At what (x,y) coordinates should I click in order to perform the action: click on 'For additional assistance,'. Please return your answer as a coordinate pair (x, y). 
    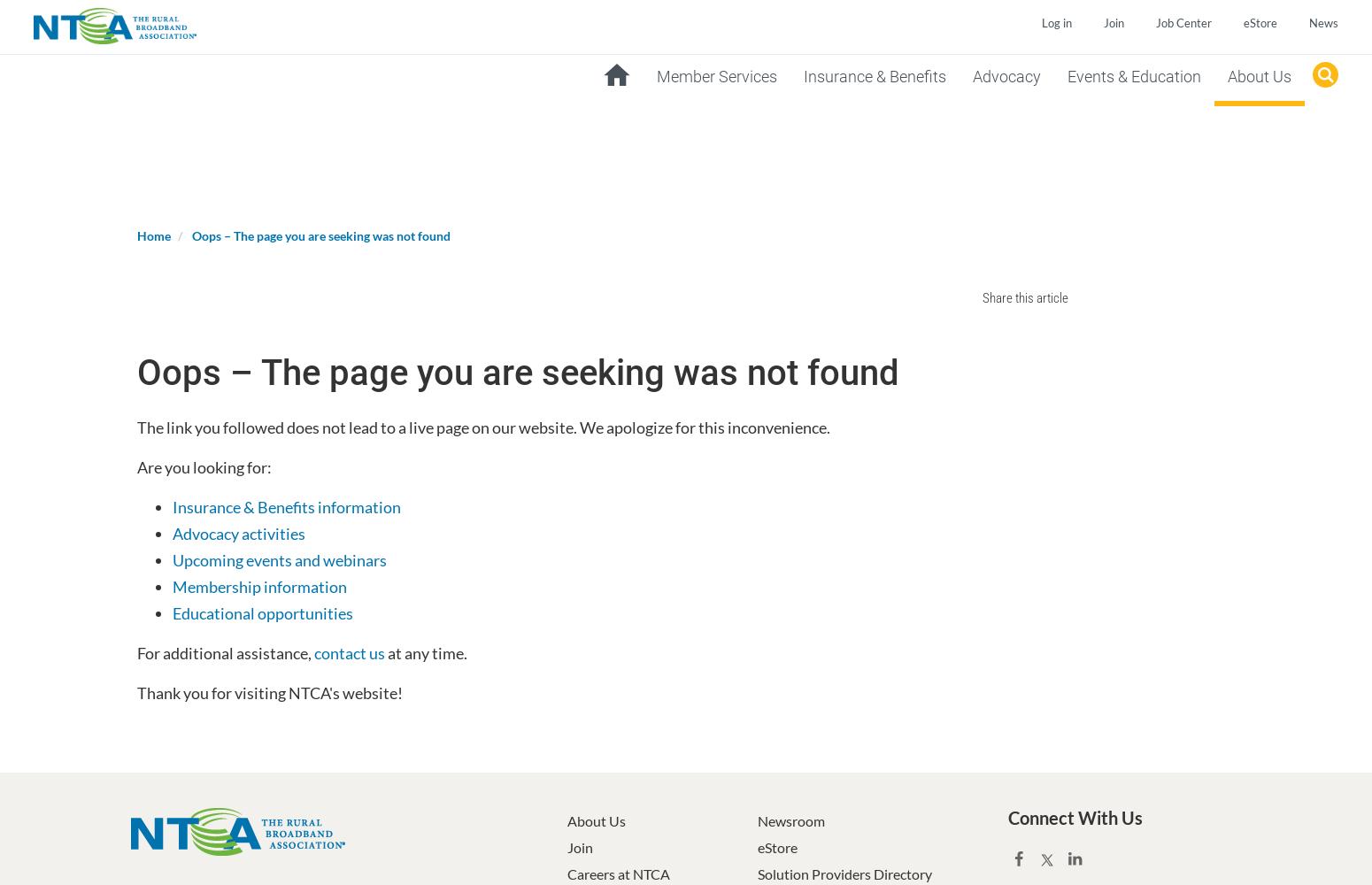
    Looking at the image, I should click on (225, 652).